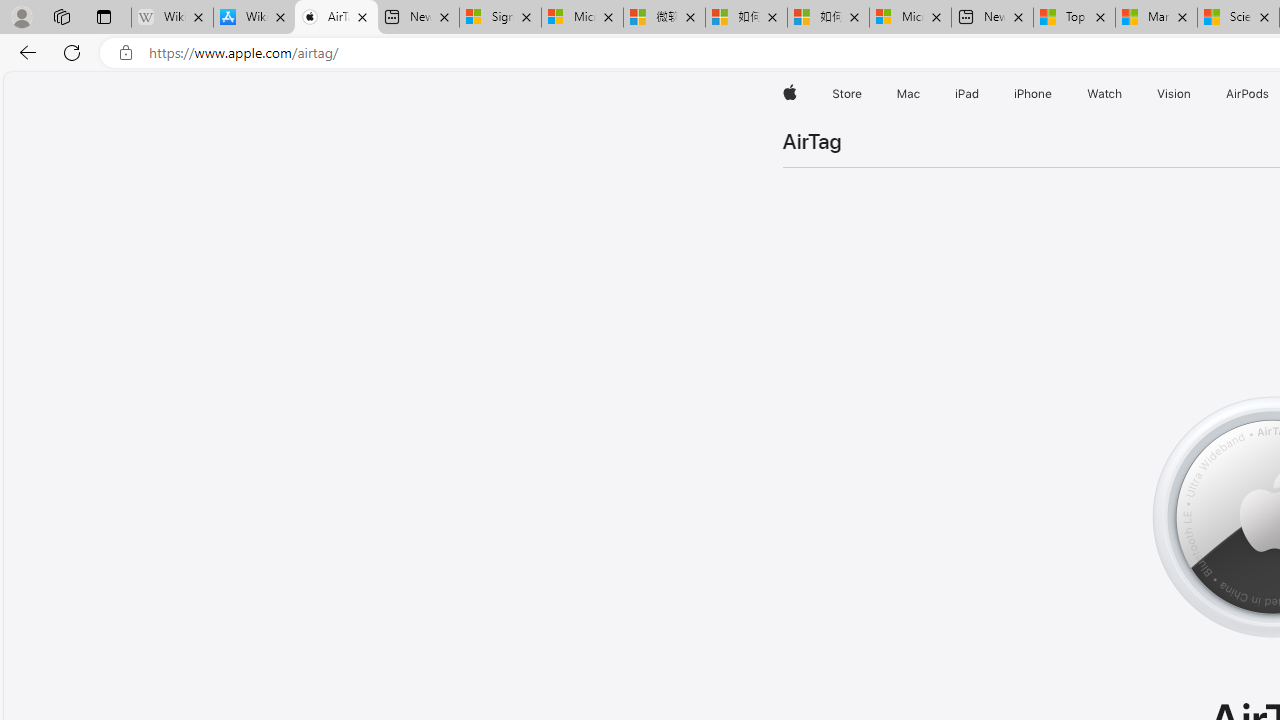 The width and height of the screenshot is (1280, 720). What do you see at coordinates (1175, 93) in the screenshot?
I see `'Vision'` at bounding box center [1175, 93].